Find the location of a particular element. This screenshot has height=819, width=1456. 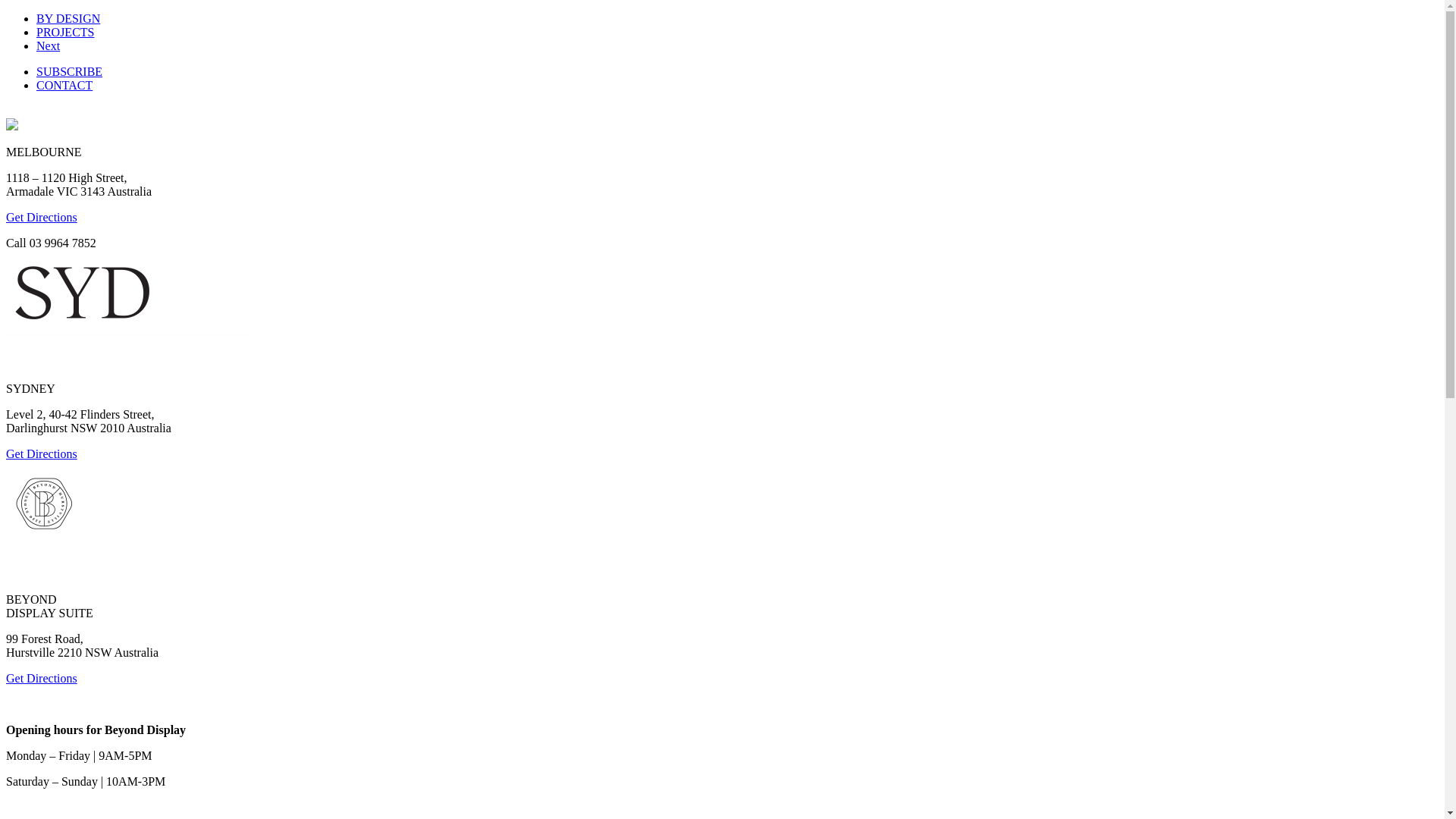

'BY DESIGN' is located at coordinates (36, 18).